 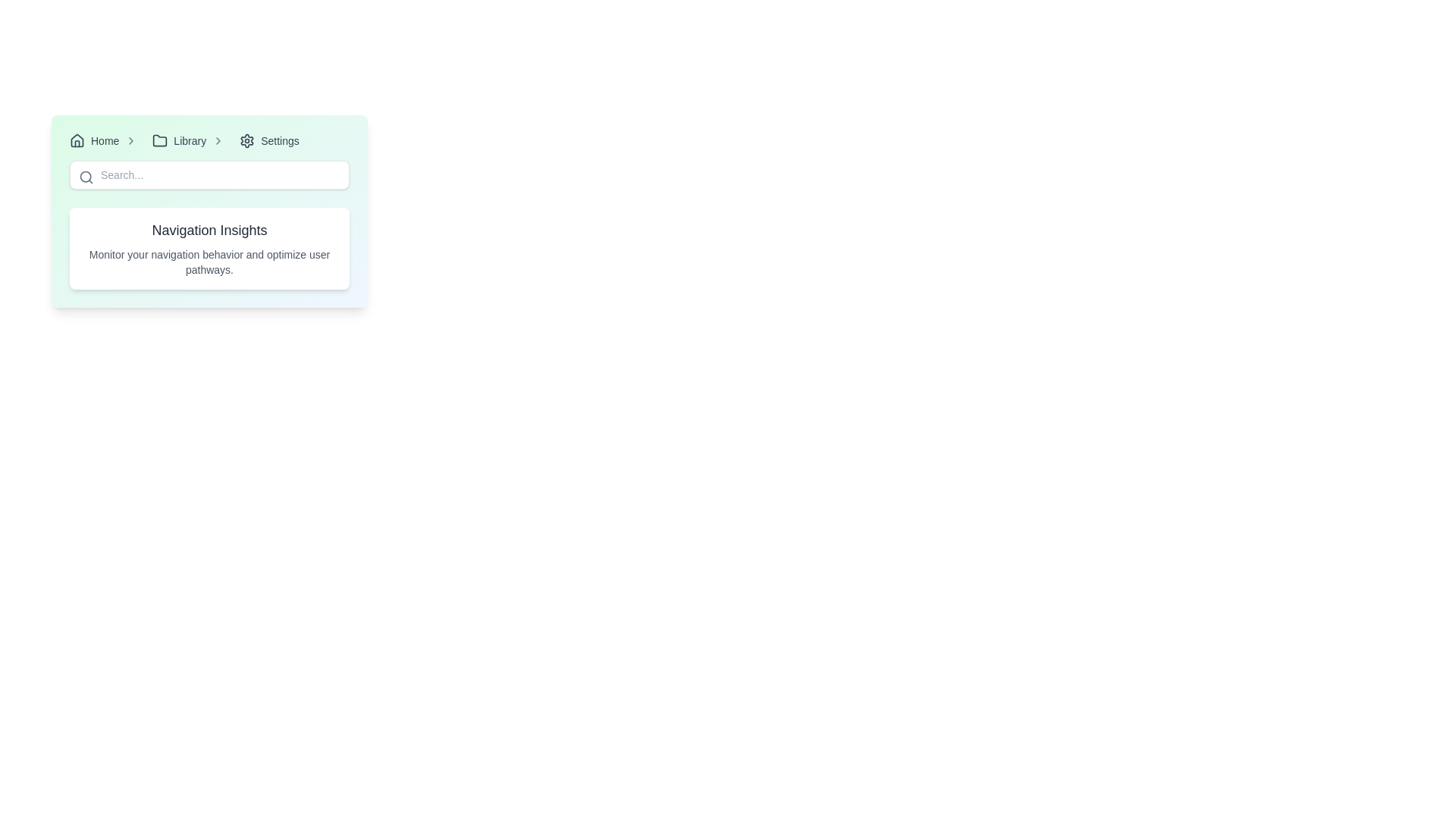 What do you see at coordinates (179, 140) in the screenshot?
I see `the 'Library' navigation link, which is the second clickable element in the breadcrumb navigation located in the horizontal navbar at the top of the interface` at bounding box center [179, 140].